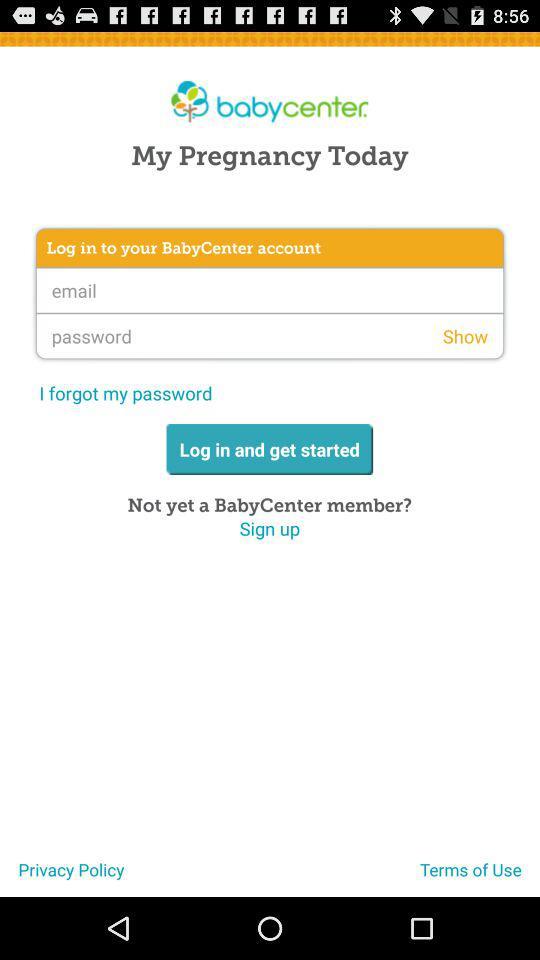 This screenshot has width=540, height=960. What do you see at coordinates (62, 876) in the screenshot?
I see `icon below the sign up icon` at bounding box center [62, 876].